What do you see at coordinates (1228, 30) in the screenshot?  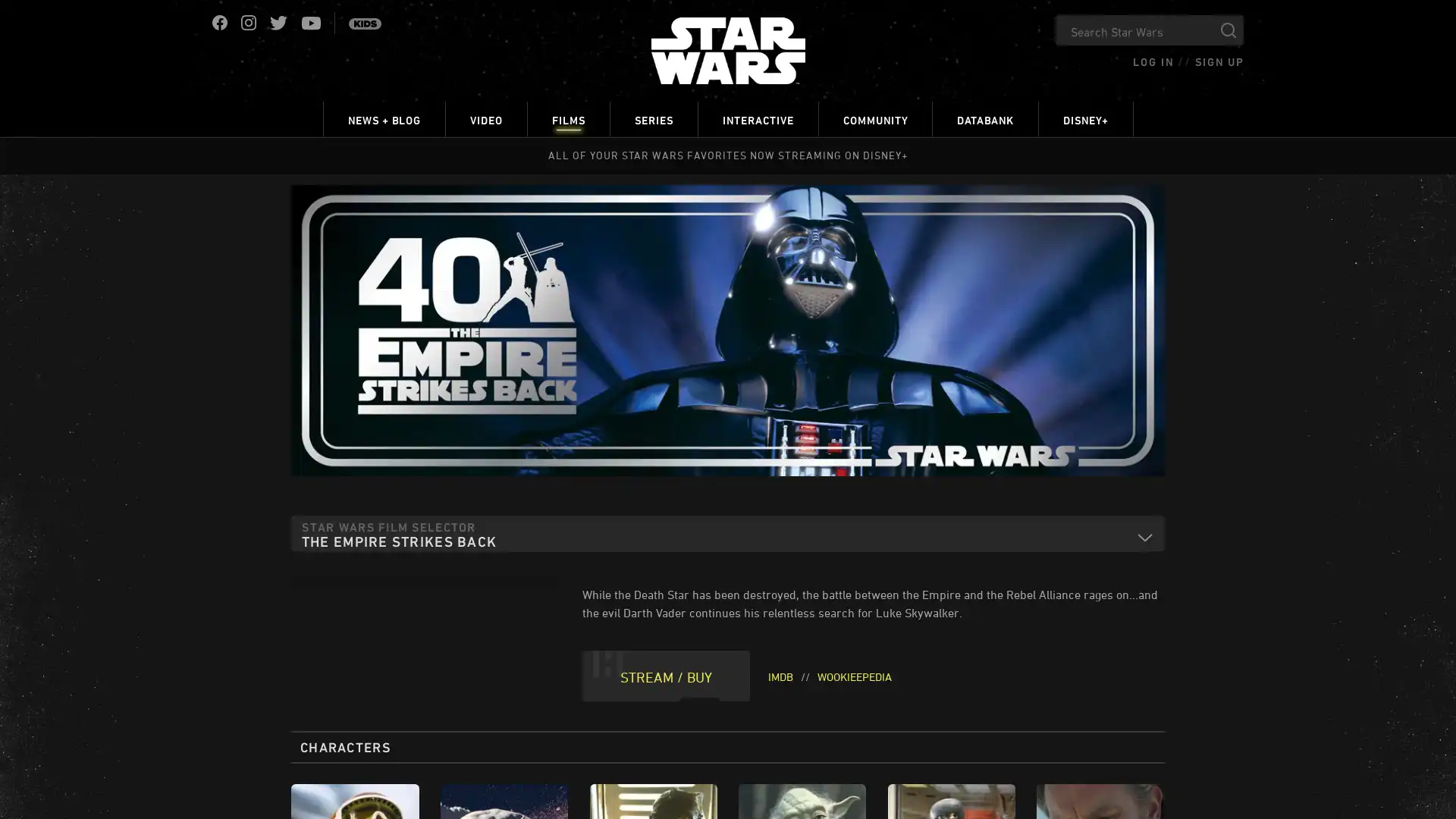 I see `Open Search` at bounding box center [1228, 30].